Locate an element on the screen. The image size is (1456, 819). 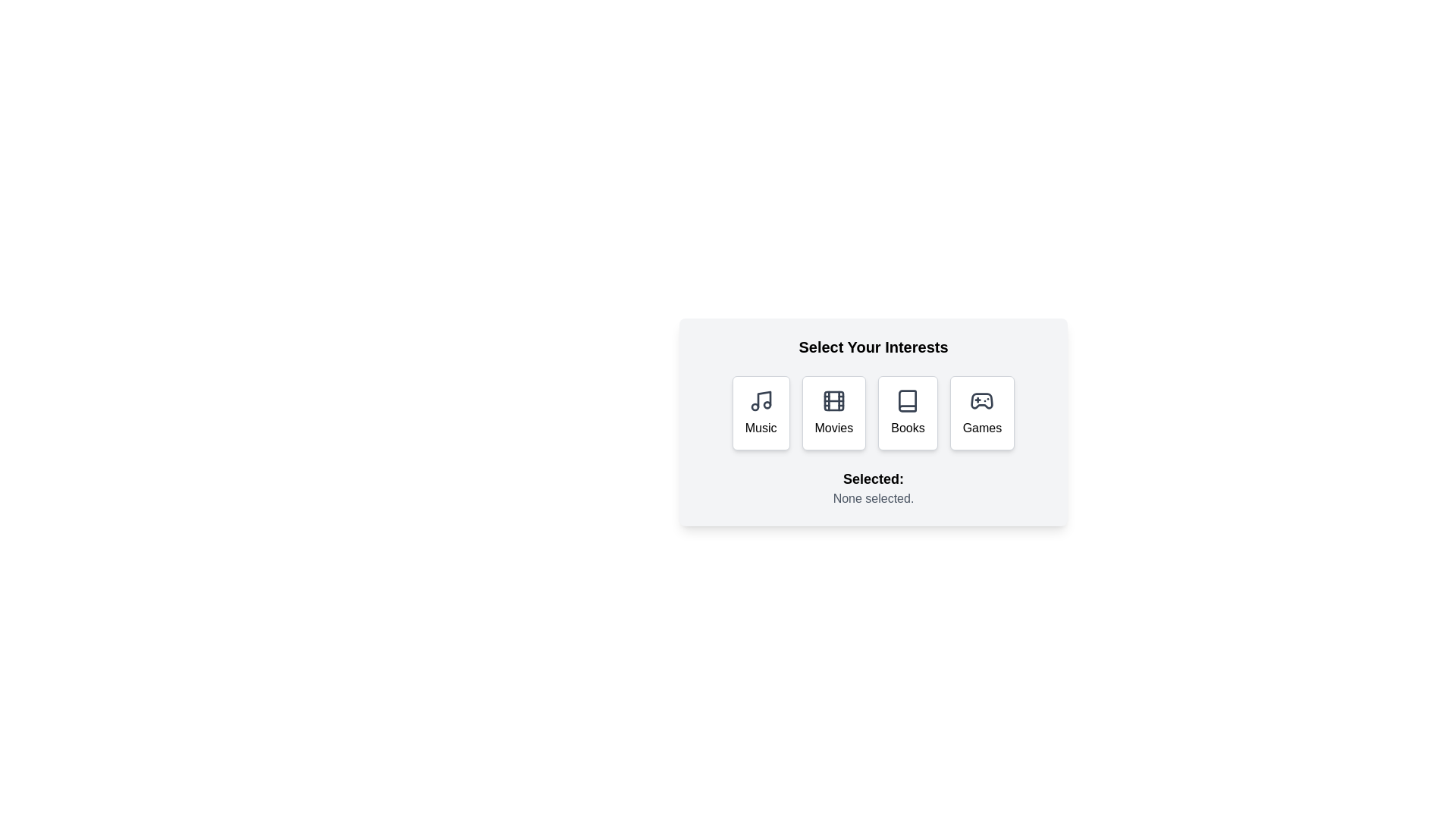
the button labeled 'Music' to observe its visual feedback is located at coordinates (761, 413).